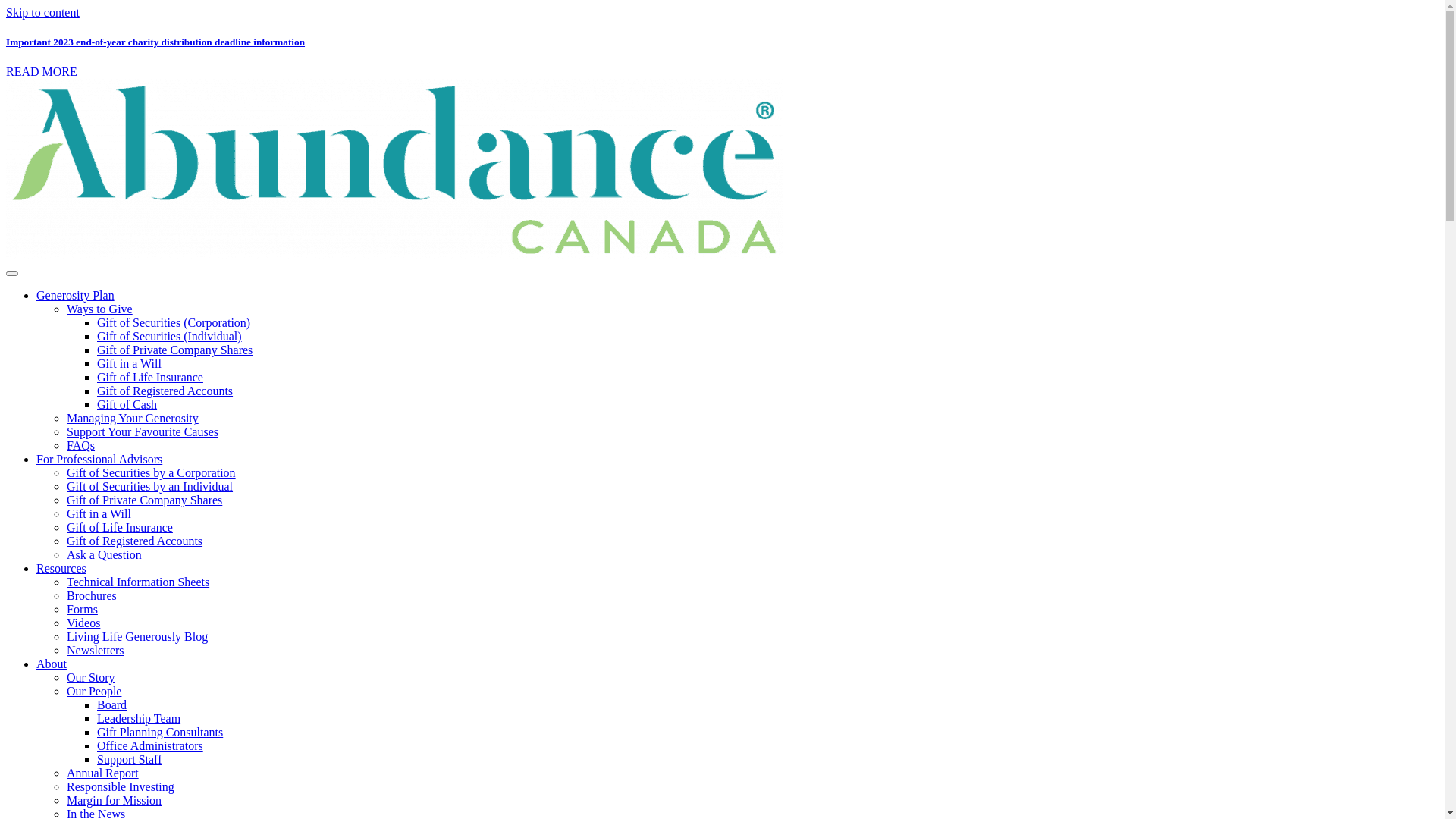 The height and width of the screenshot is (819, 1456). What do you see at coordinates (51, 663) in the screenshot?
I see `'About'` at bounding box center [51, 663].